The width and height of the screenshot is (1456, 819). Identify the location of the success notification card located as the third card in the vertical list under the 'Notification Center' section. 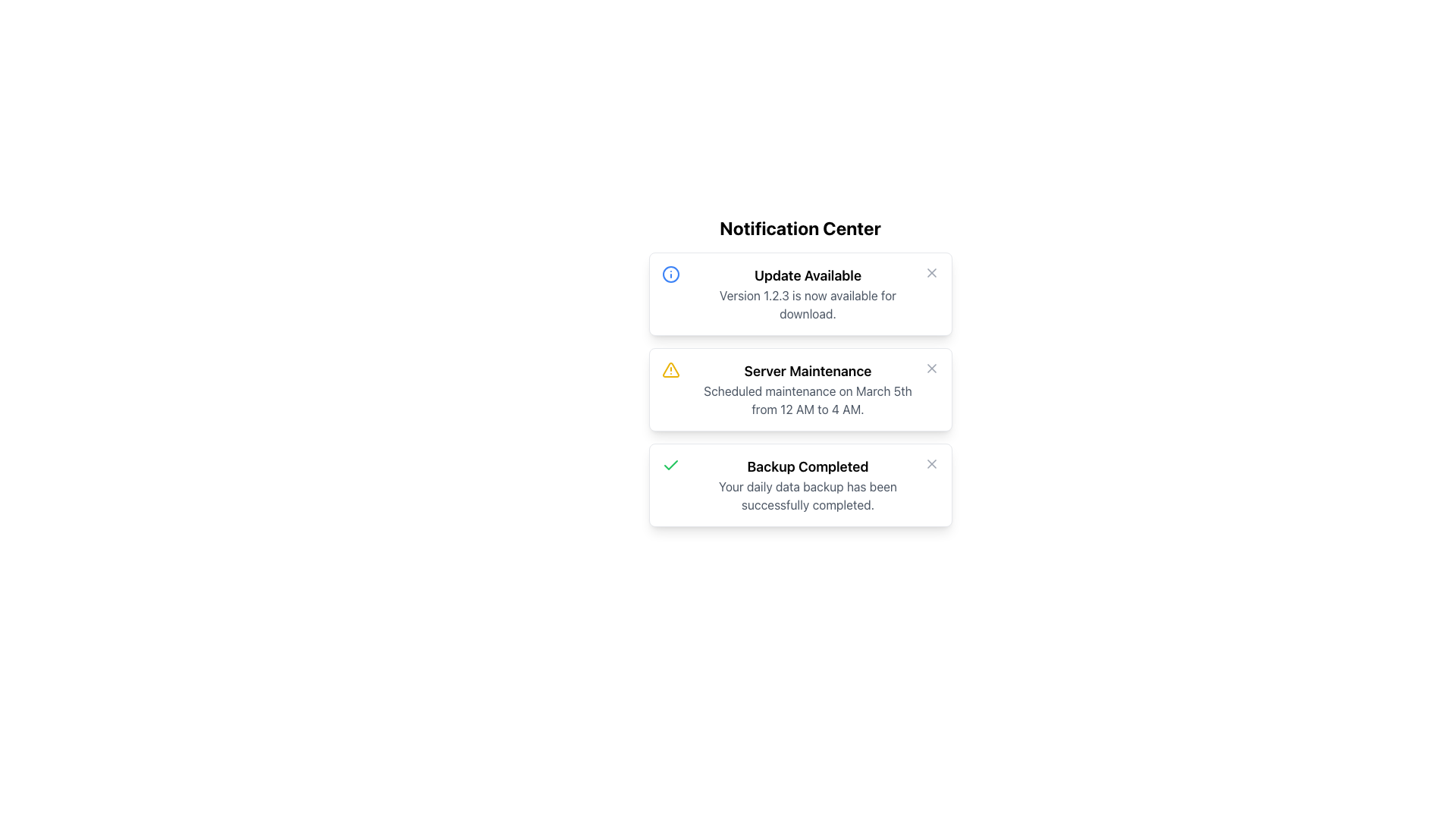
(799, 485).